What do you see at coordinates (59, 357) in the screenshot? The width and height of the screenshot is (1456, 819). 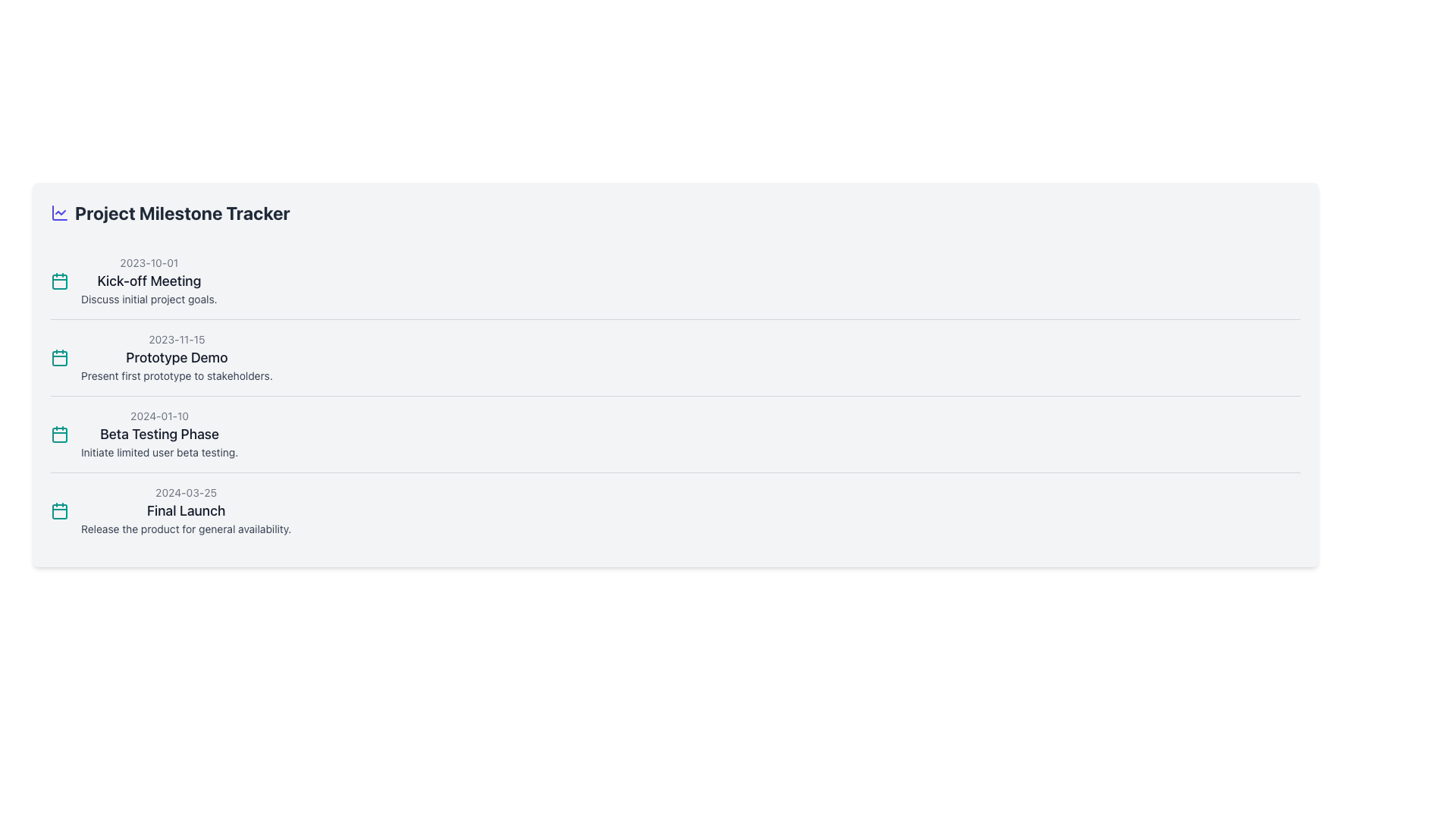 I see `the calendar icon representing the date '2023-11-15' for the 'Prototype Demo' milestone, located to the left of the milestone text` at bounding box center [59, 357].